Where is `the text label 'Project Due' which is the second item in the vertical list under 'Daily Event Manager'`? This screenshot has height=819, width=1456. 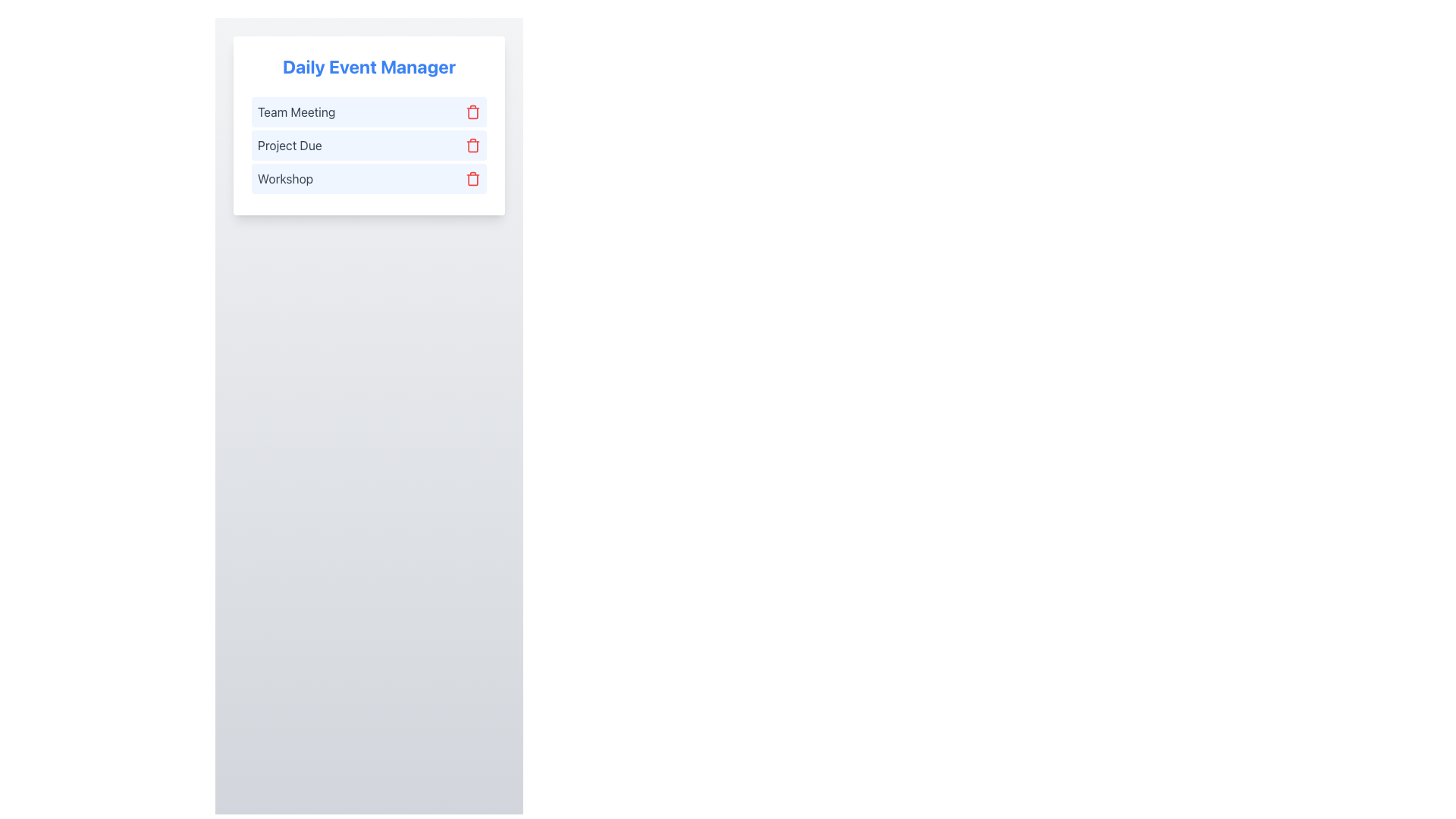 the text label 'Project Due' which is the second item in the vertical list under 'Daily Event Manager' is located at coordinates (290, 146).